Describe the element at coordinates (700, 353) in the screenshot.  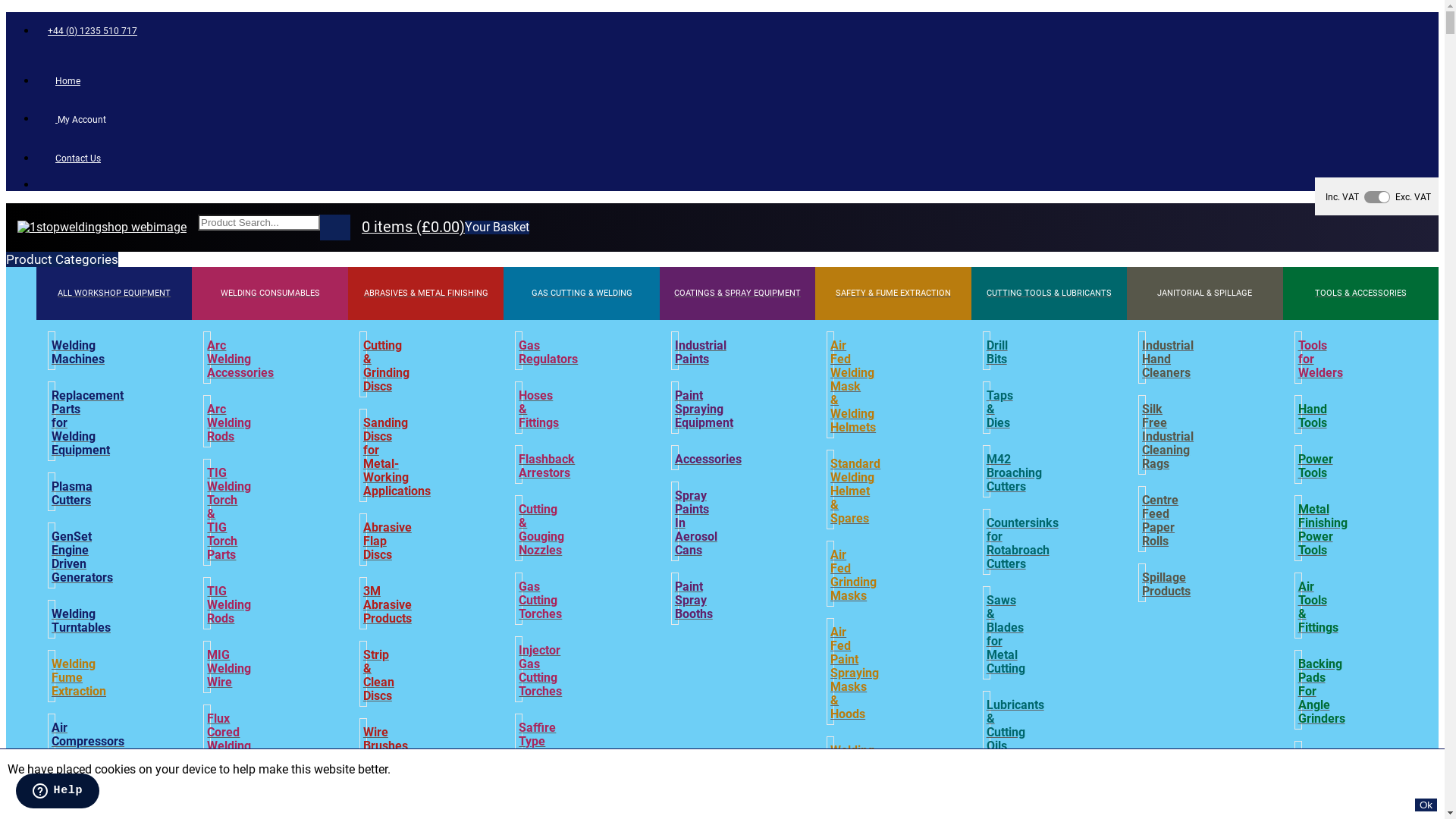
I see `'Industrial Paints'` at that location.